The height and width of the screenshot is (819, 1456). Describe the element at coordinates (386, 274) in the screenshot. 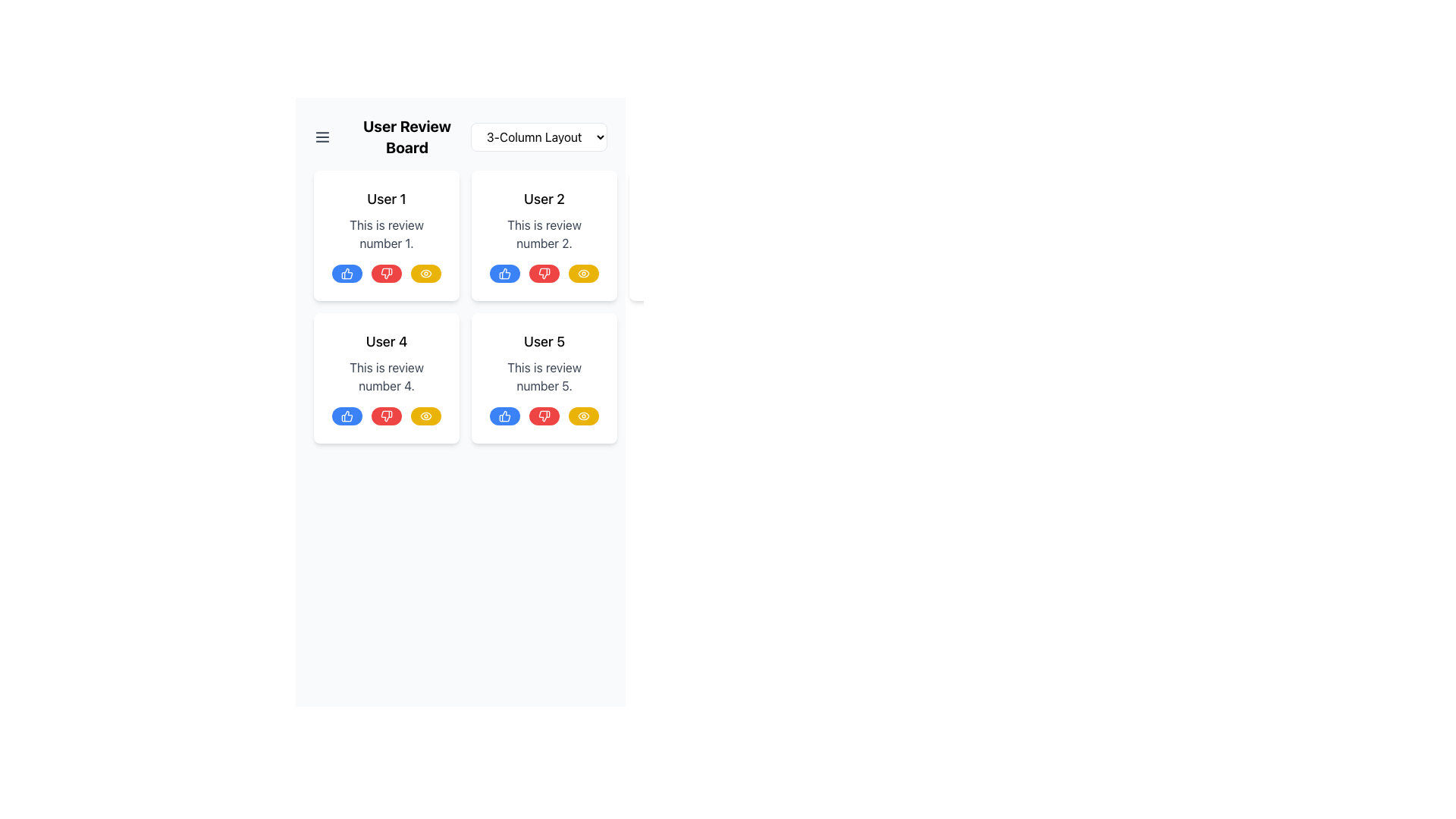

I see `the rounded rectangular button with a vibrant red background and a thumbs-down icon located in the second column under 'User 1's' review section` at that location.